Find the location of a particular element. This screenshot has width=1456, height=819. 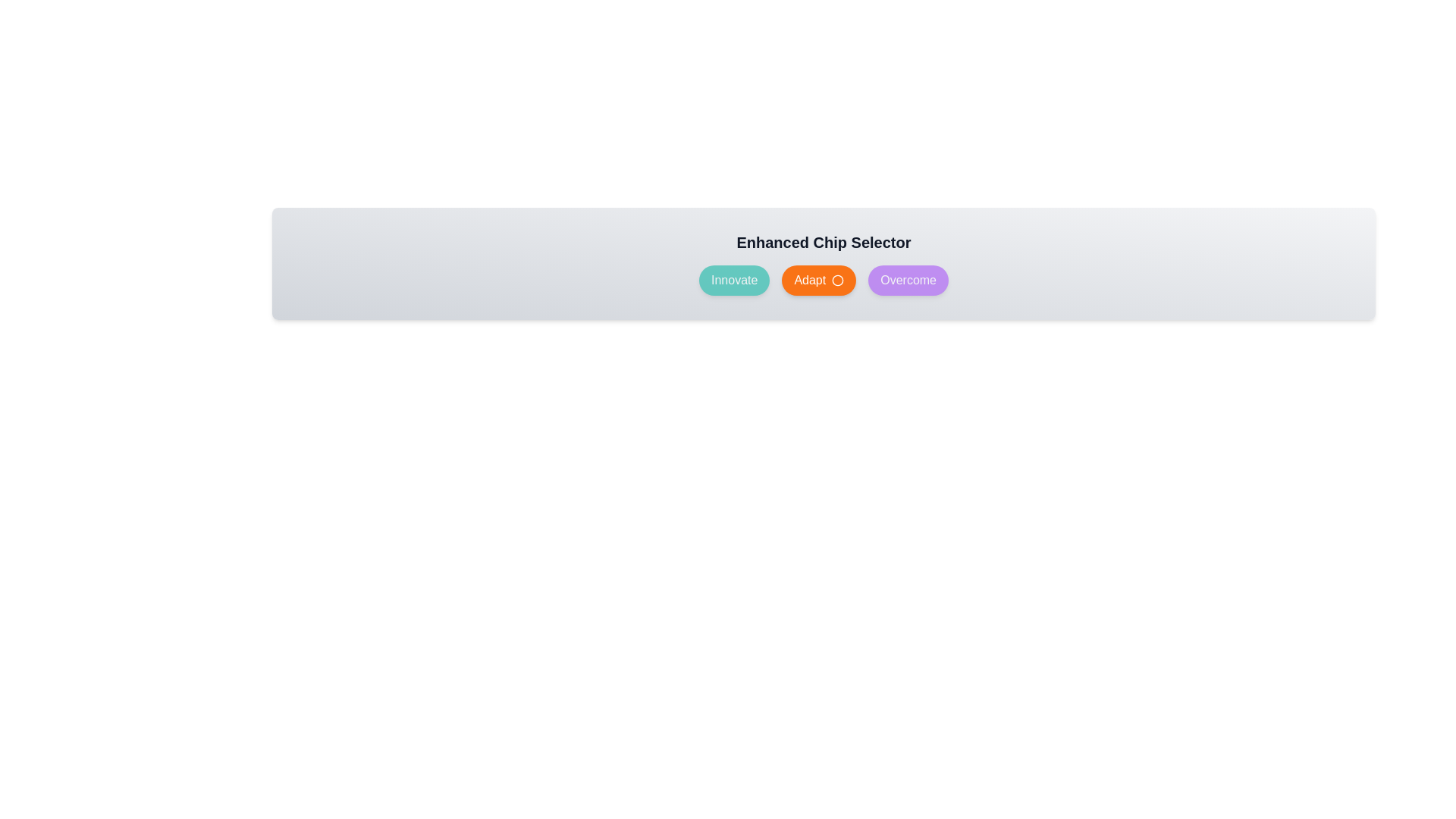

the chip labeled Overcome is located at coordinates (908, 281).